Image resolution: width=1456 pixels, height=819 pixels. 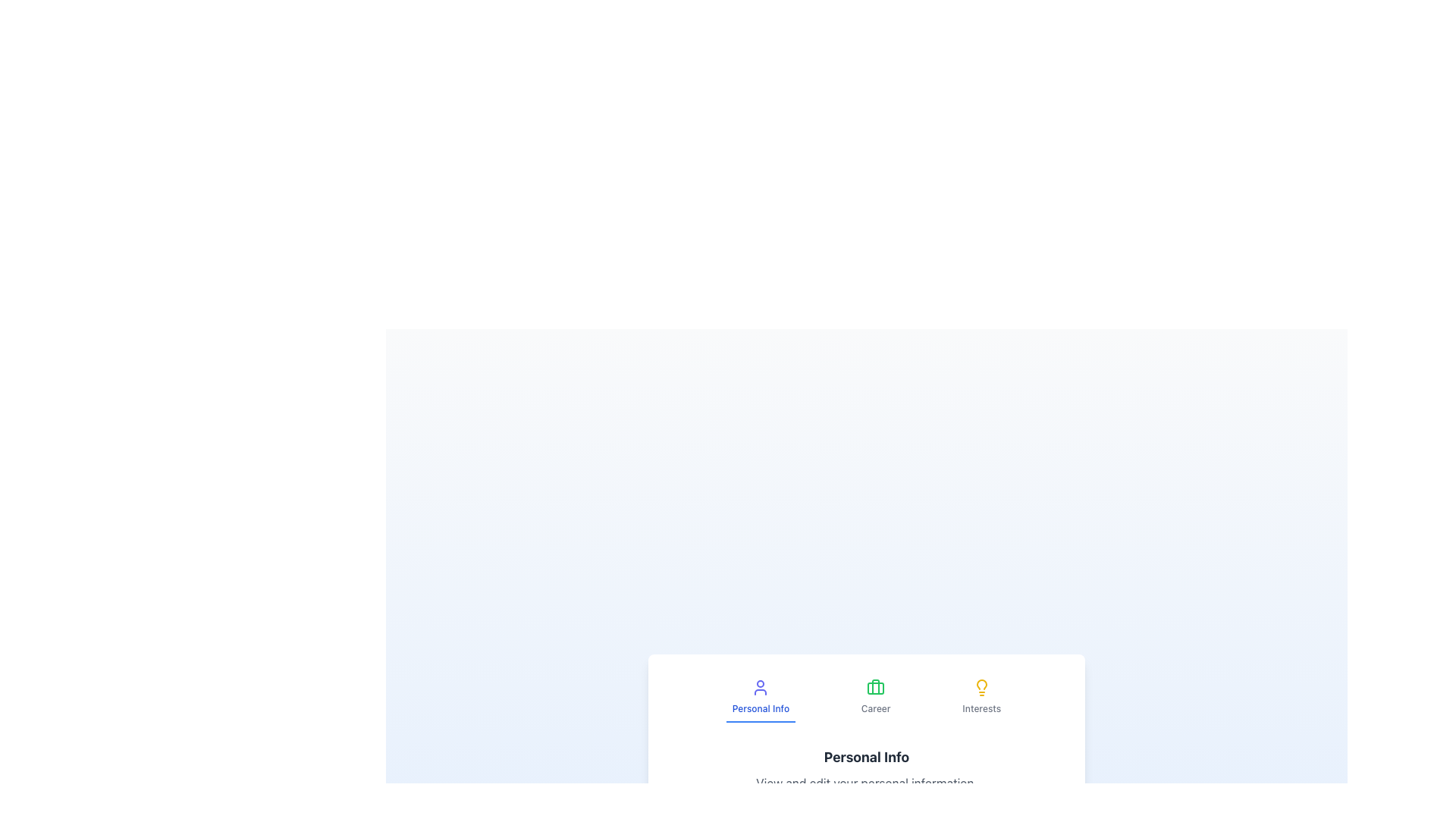 I want to click on the 'Career' navigation item, which features a green briefcase icon above the gray text label, located as the second item in the horizontal menu at the top of the interface, so click(x=876, y=698).